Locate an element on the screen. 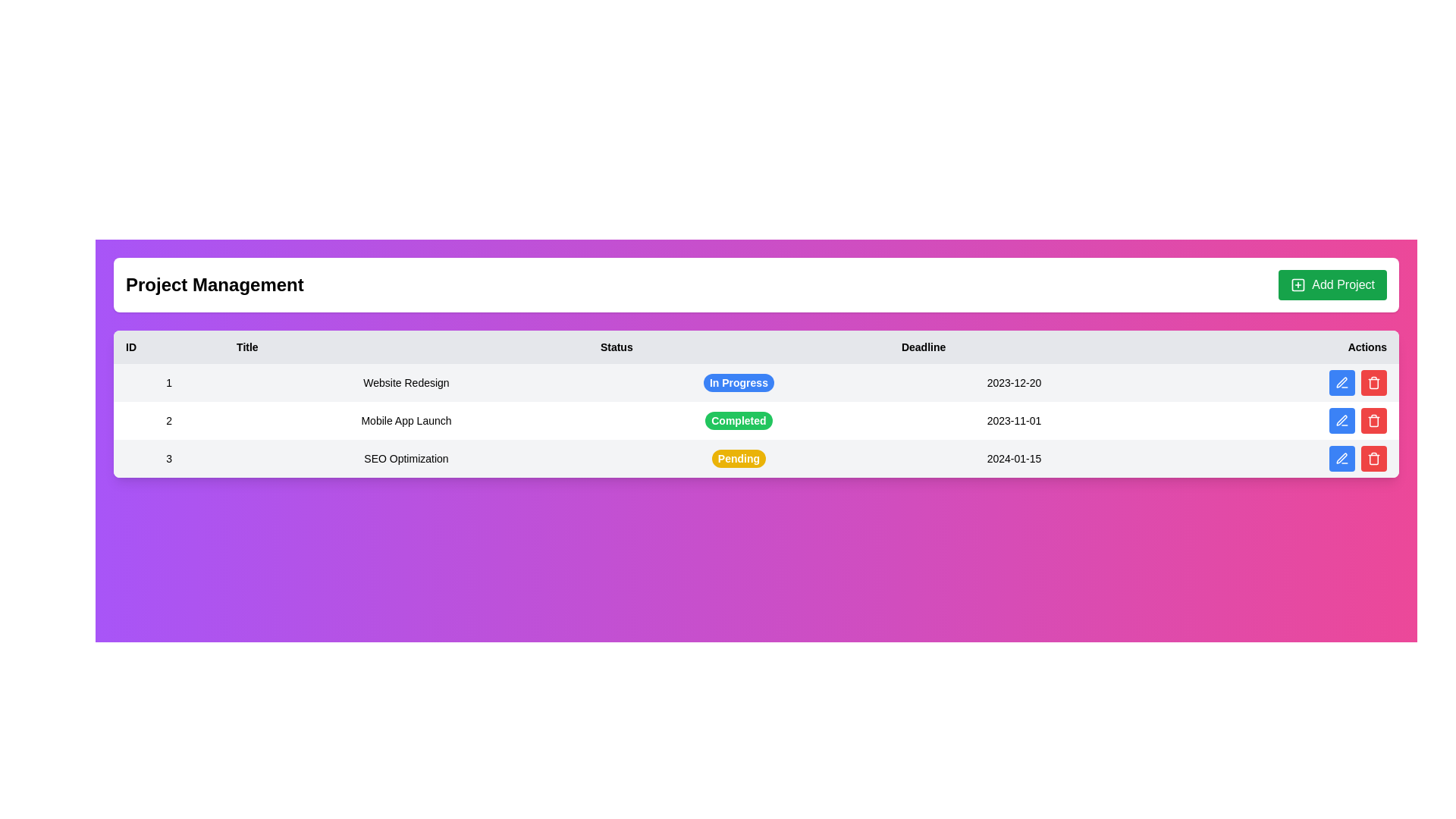 This screenshot has width=1456, height=819. the text label displaying 'Website Redesign' located in the second column of the first row of the data table under the 'Title' header is located at coordinates (406, 382).